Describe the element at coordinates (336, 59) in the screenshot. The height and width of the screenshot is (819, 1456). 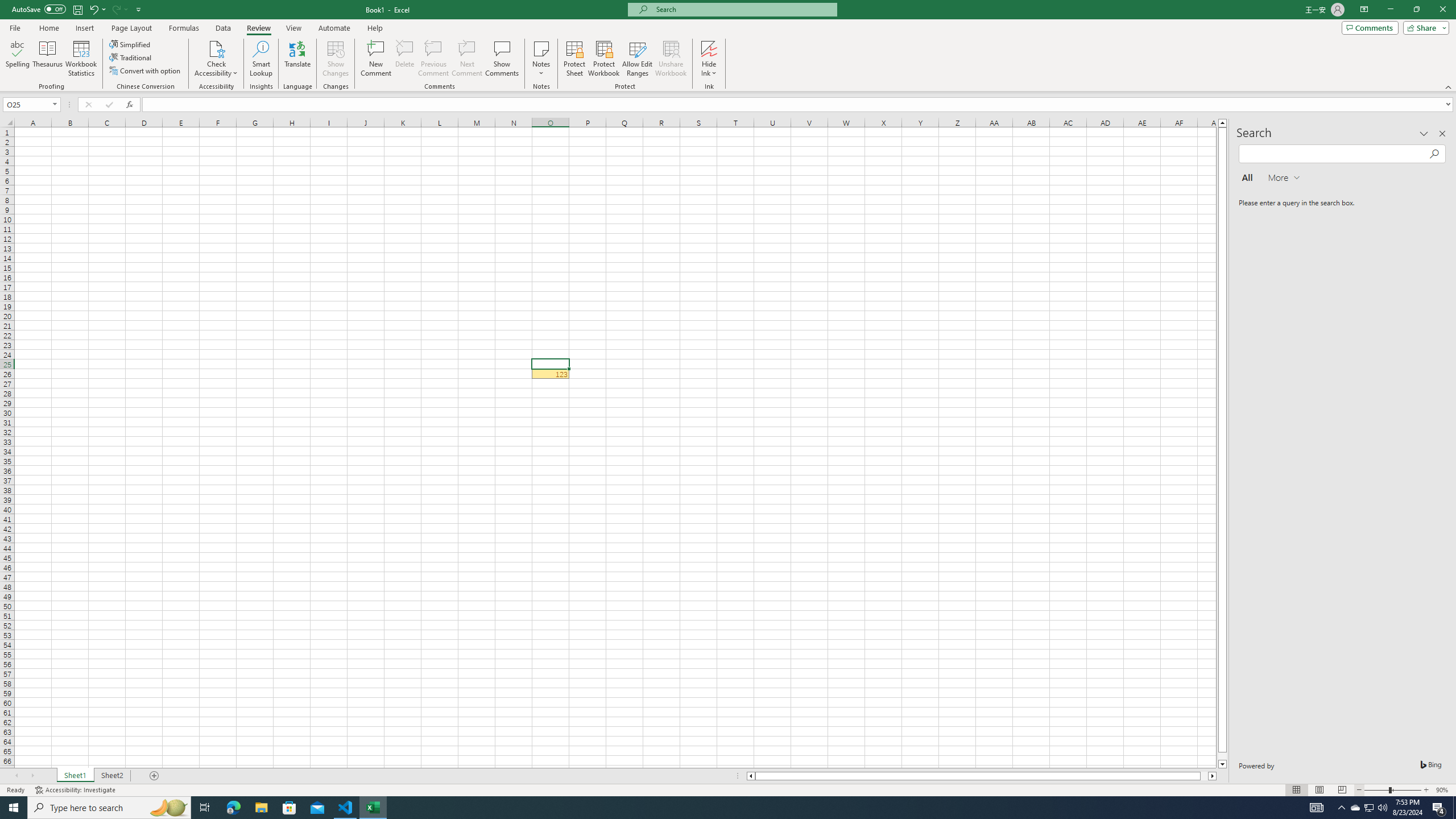
I see `'Show Changes'` at that location.